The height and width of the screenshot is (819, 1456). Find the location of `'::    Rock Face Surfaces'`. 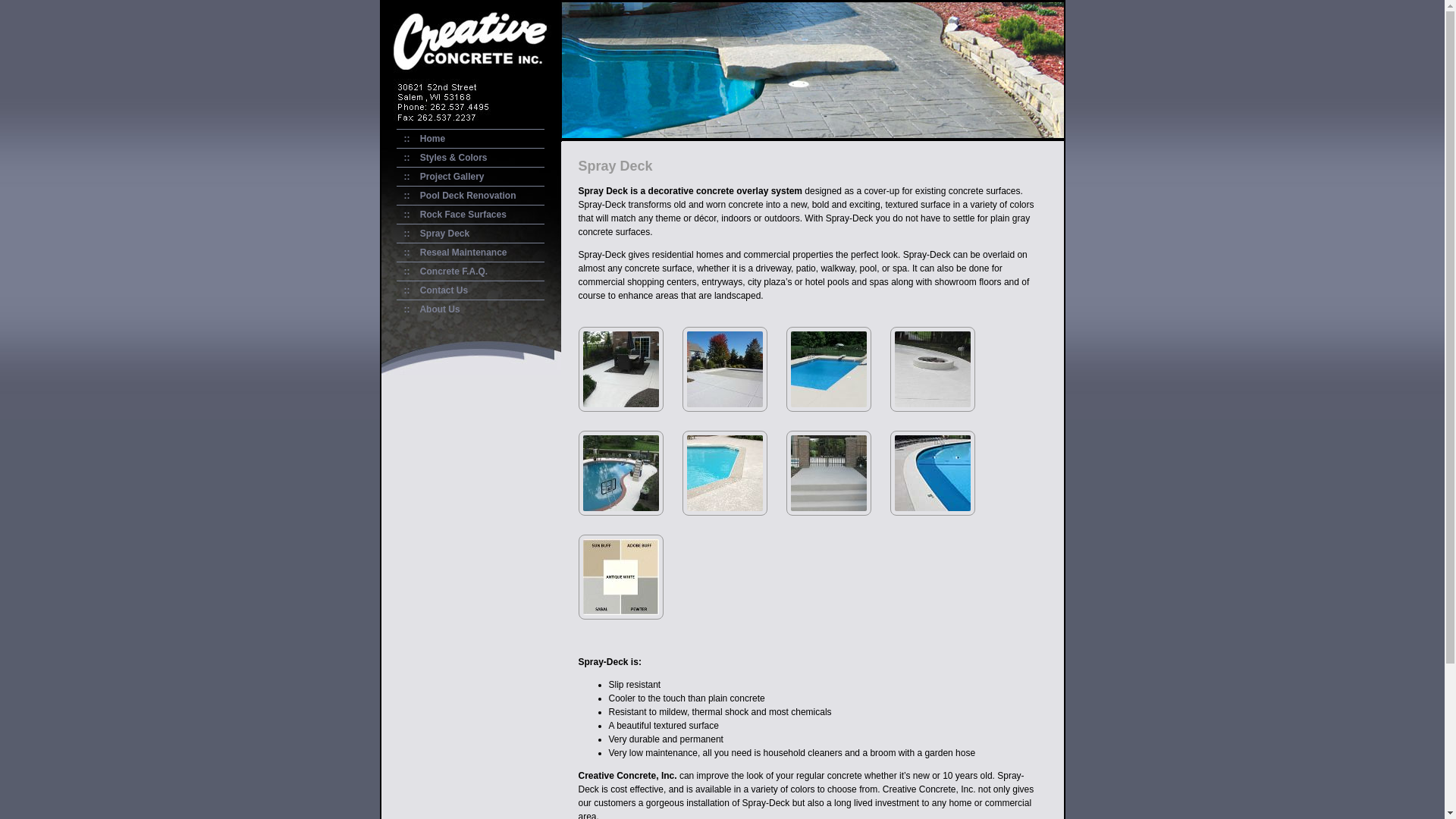

'::    Rock Face Surfaces' is located at coordinates (450, 214).